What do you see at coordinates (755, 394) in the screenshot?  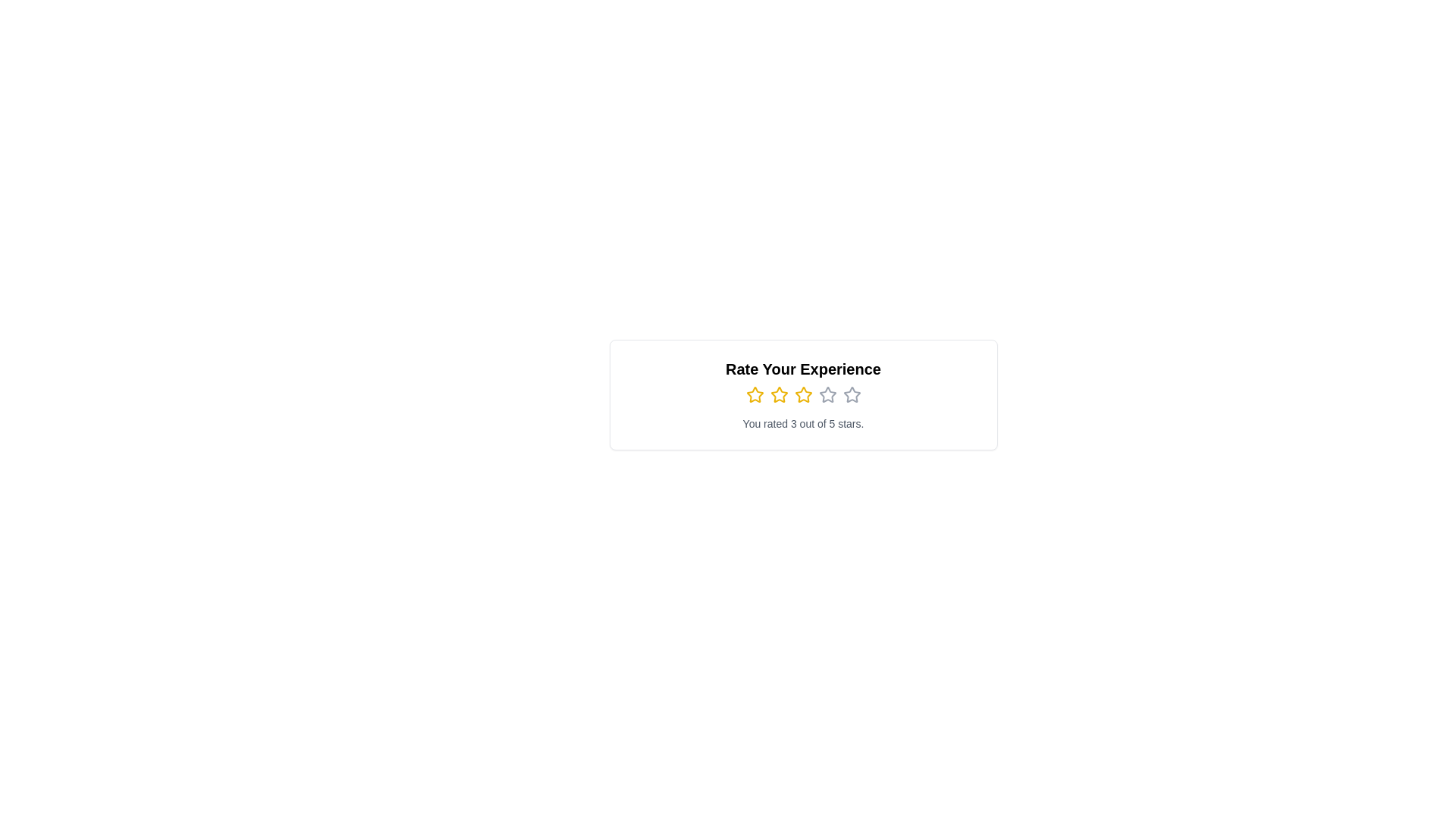 I see `the second yellow star icon used for rating, located below the 'Rate Your Experience' text` at bounding box center [755, 394].